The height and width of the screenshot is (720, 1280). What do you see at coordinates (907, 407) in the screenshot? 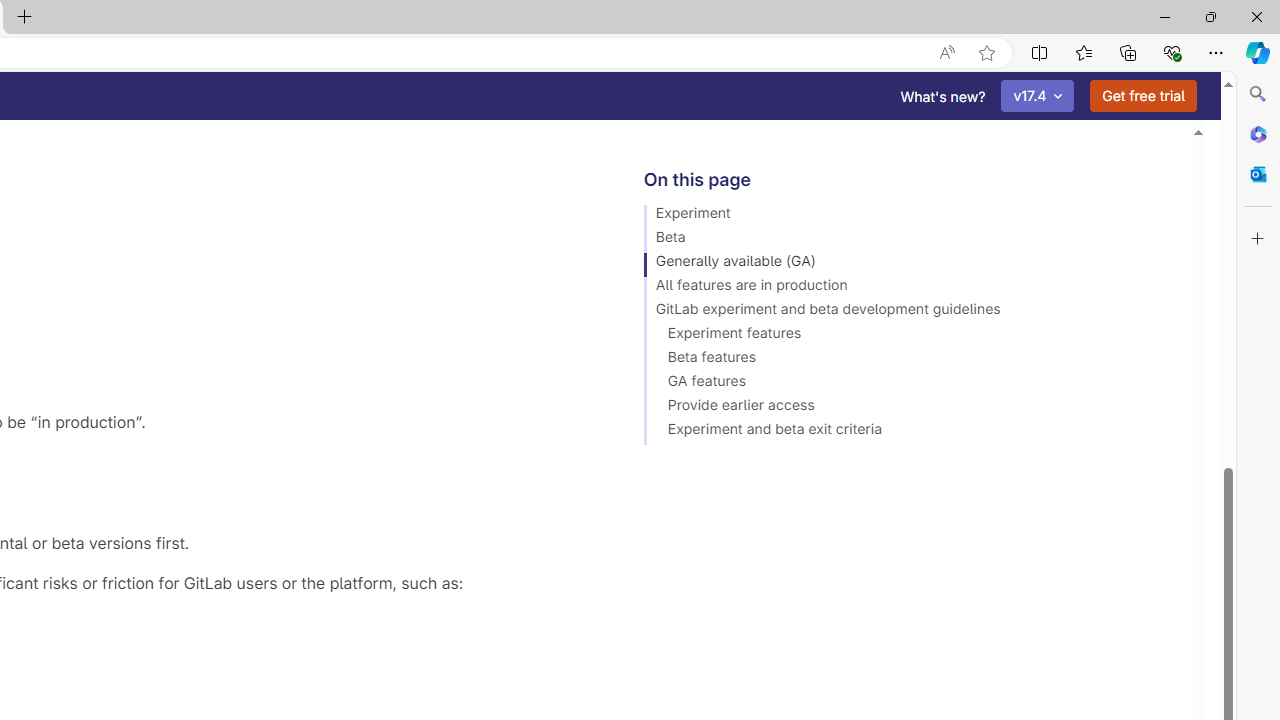
I see `'Provide earlier access'` at bounding box center [907, 407].